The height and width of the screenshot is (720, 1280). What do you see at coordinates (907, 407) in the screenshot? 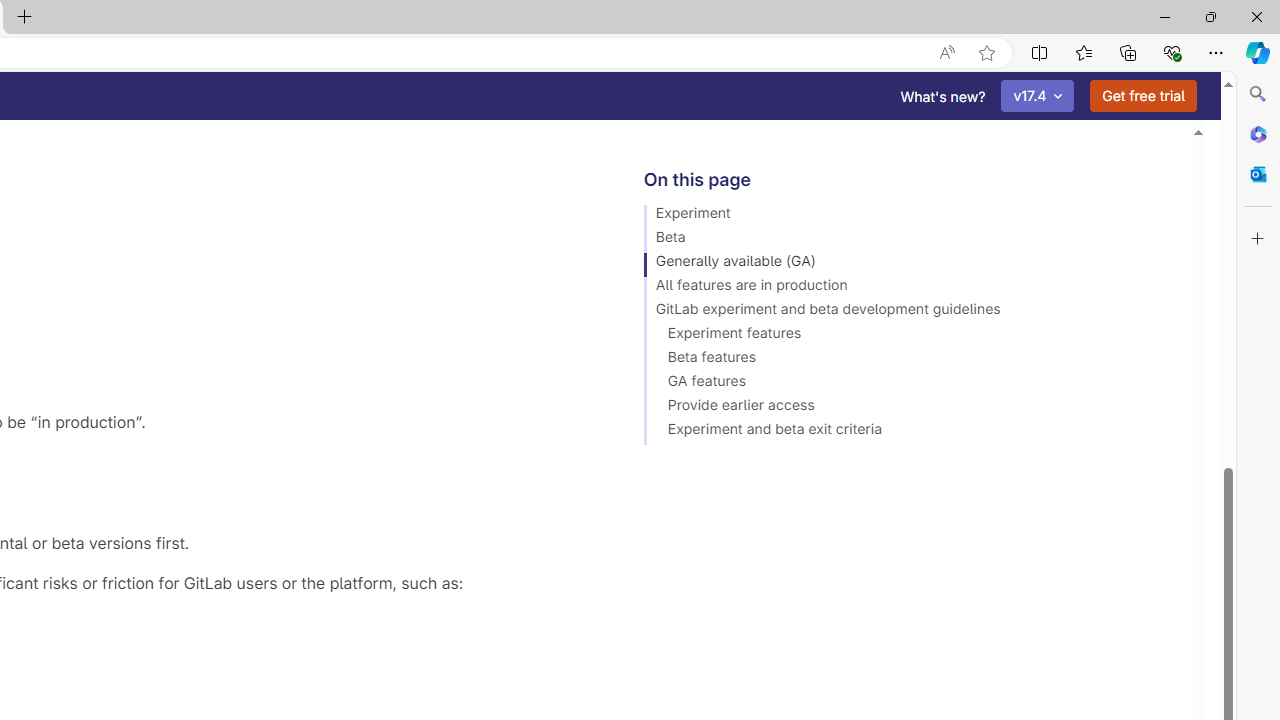
I see `'Provide earlier access'` at bounding box center [907, 407].